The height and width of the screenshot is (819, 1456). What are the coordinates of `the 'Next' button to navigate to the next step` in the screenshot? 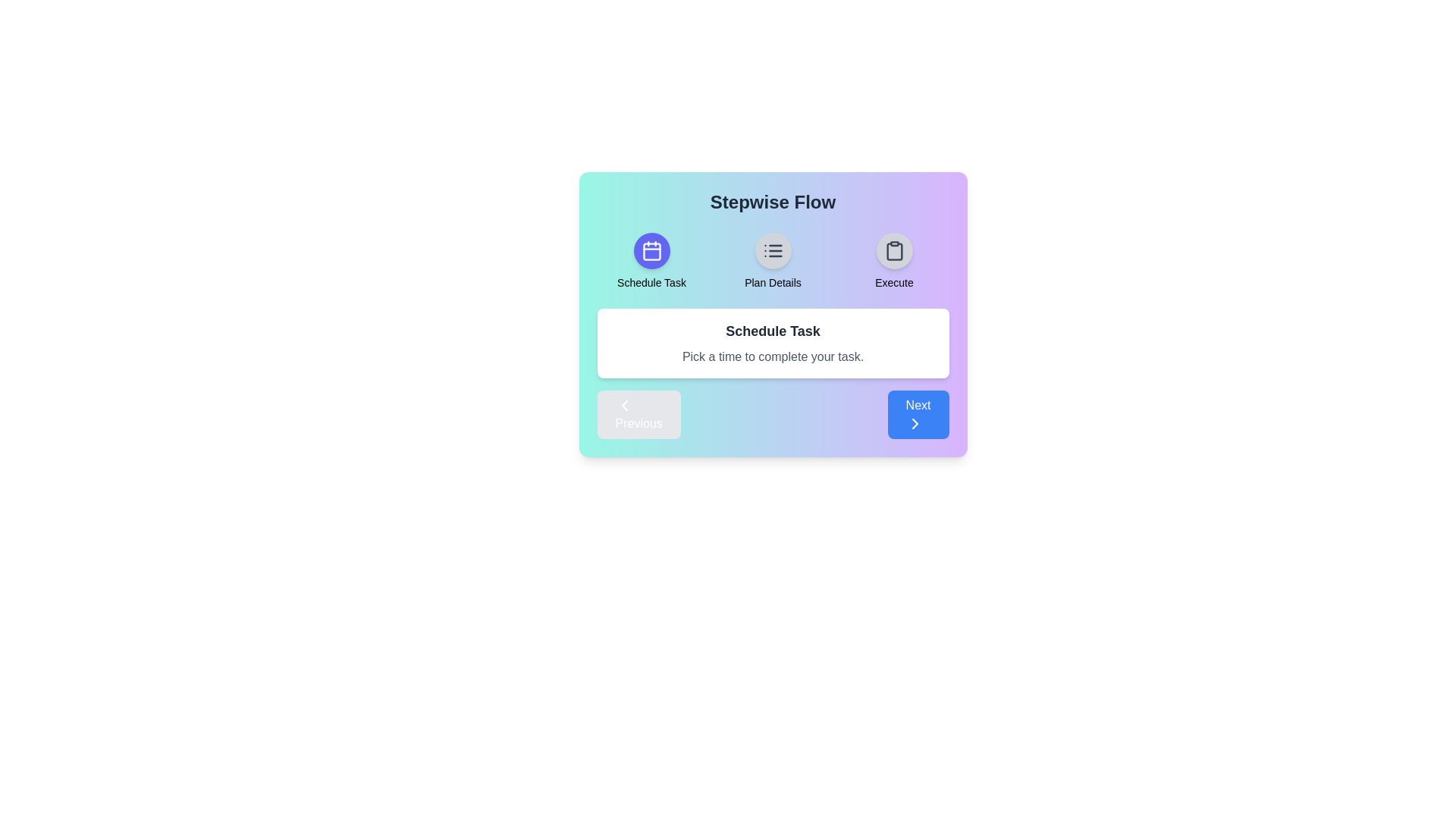 It's located at (917, 415).